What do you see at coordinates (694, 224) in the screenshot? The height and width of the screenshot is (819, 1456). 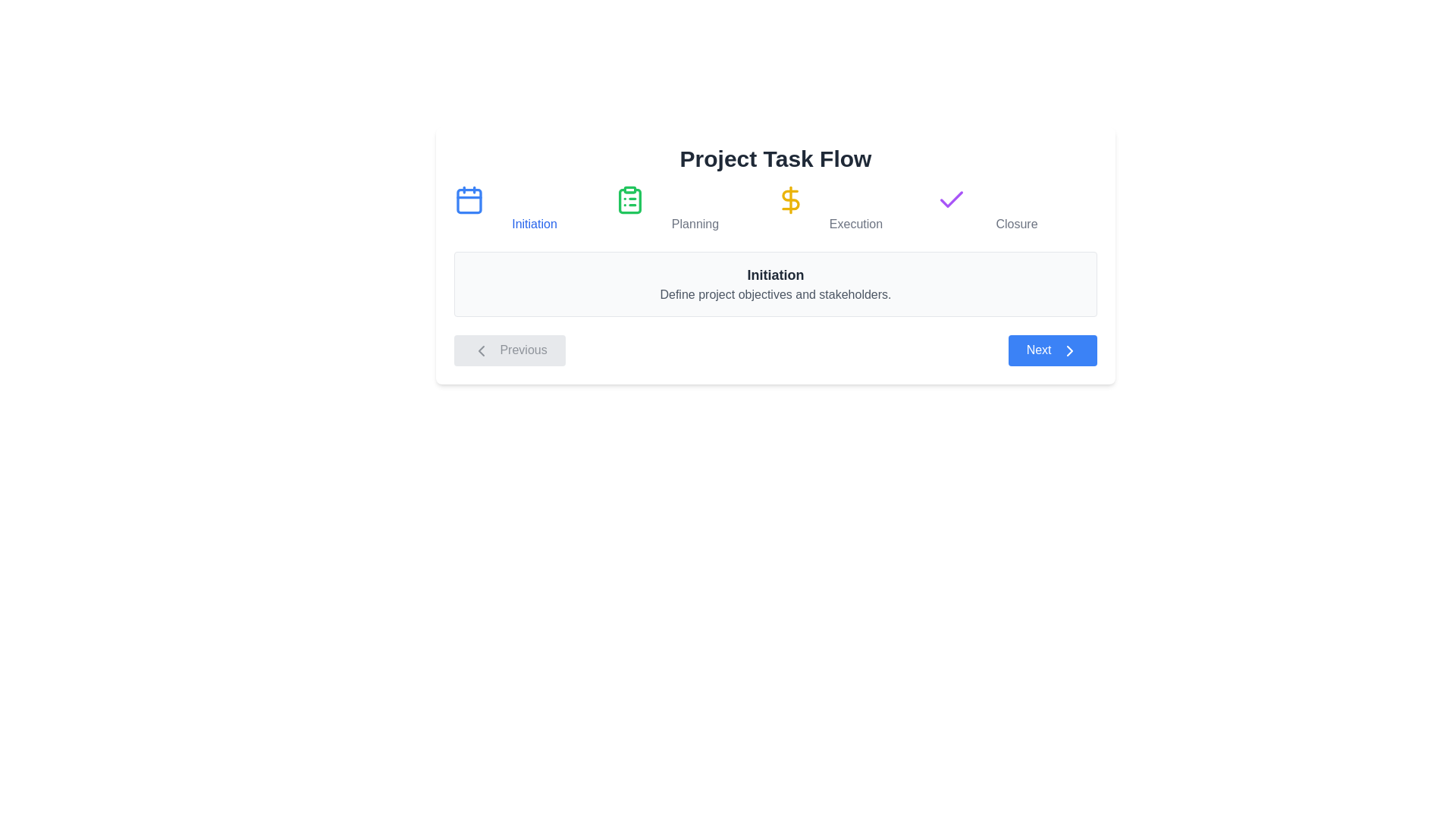 I see `the 'Planning' text label located in the middle section of the navigation bar for the project task flow, which is styled in gray color and positioned below a green clipboard icon` at bounding box center [694, 224].